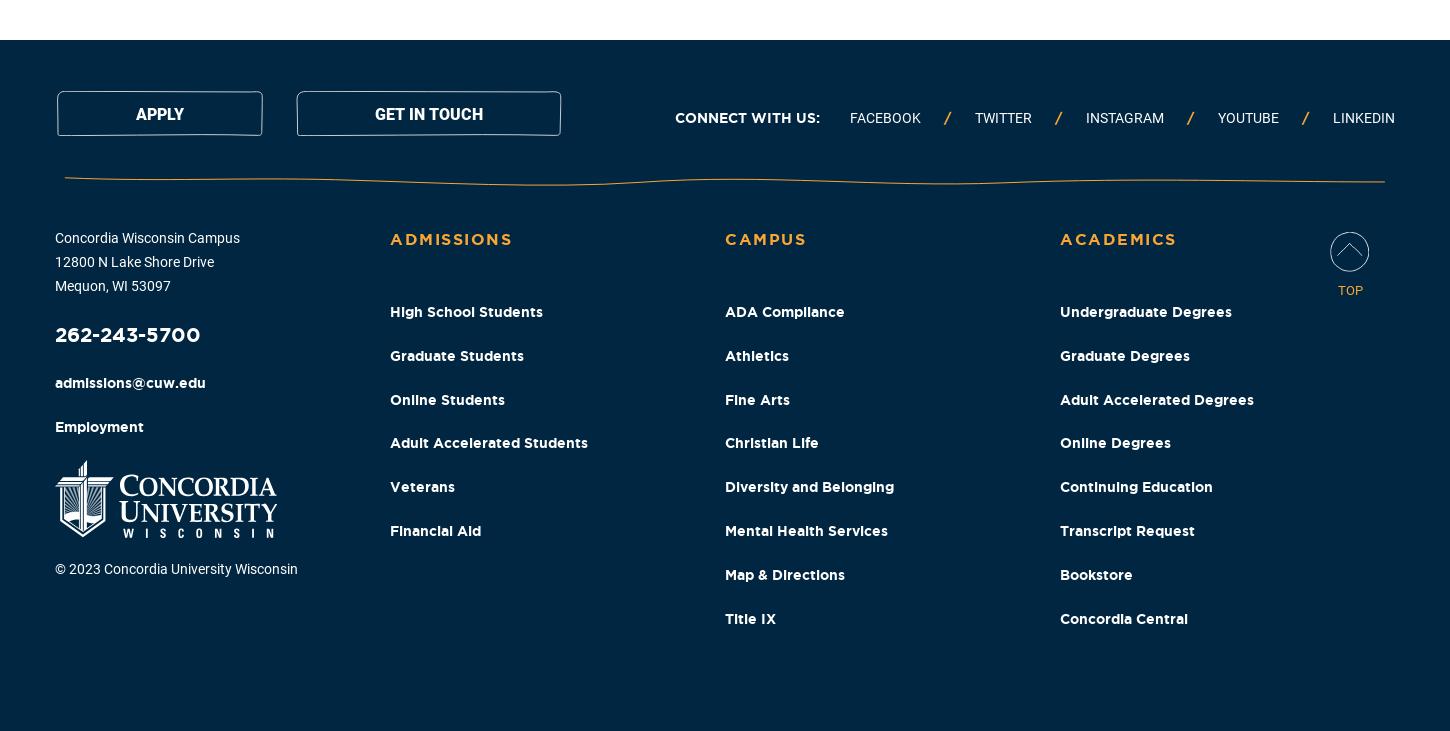  Describe the element at coordinates (725, 572) in the screenshot. I see `'Map & Directions'` at that location.